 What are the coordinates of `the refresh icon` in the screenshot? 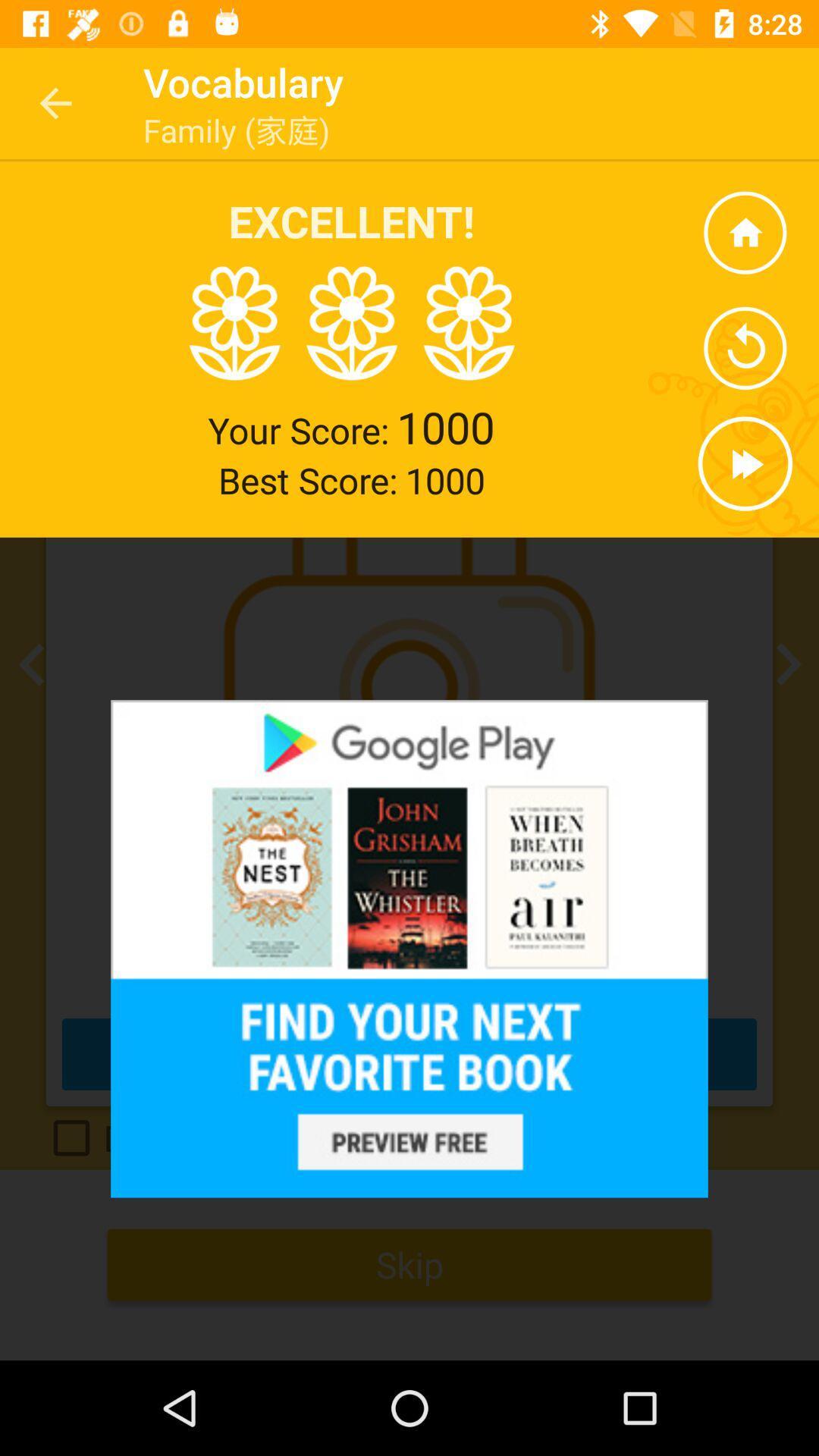 It's located at (744, 347).